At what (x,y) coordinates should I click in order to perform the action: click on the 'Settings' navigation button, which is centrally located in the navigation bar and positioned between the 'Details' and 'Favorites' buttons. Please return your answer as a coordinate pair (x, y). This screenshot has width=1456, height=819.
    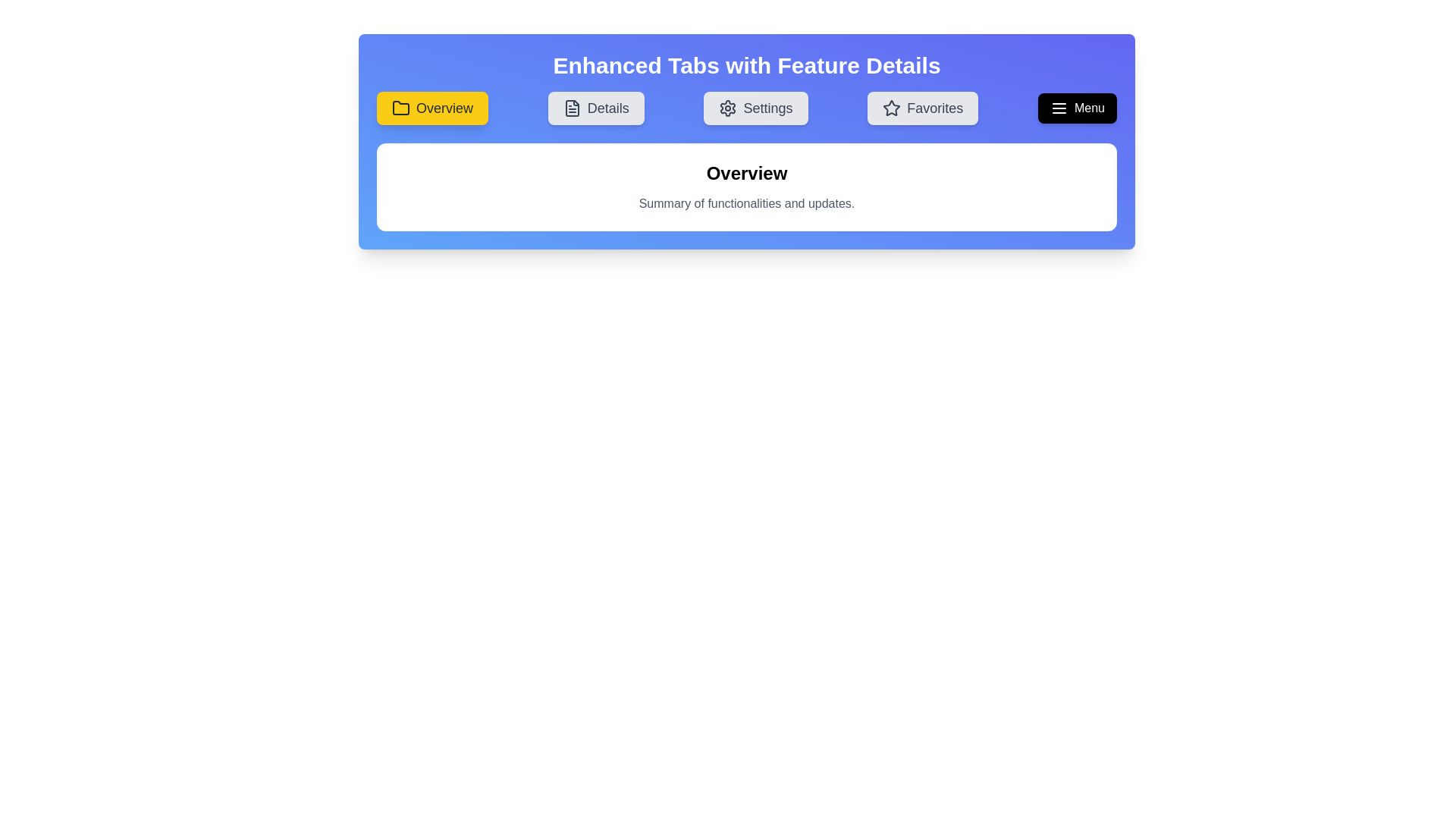
    Looking at the image, I should click on (756, 107).